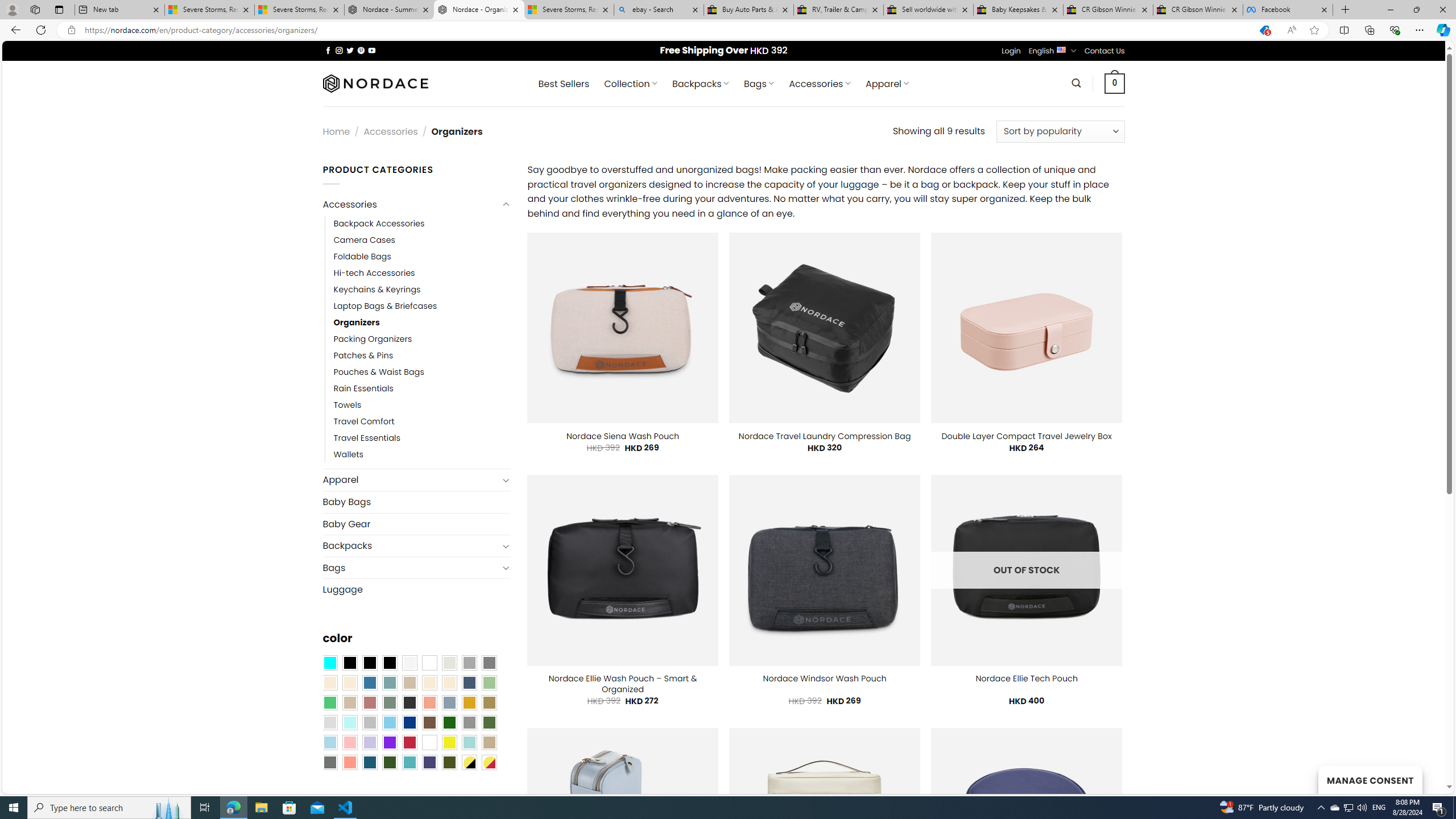  What do you see at coordinates (408, 722) in the screenshot?
I see `'Navy Blue'` at bounding box center [408, 722].